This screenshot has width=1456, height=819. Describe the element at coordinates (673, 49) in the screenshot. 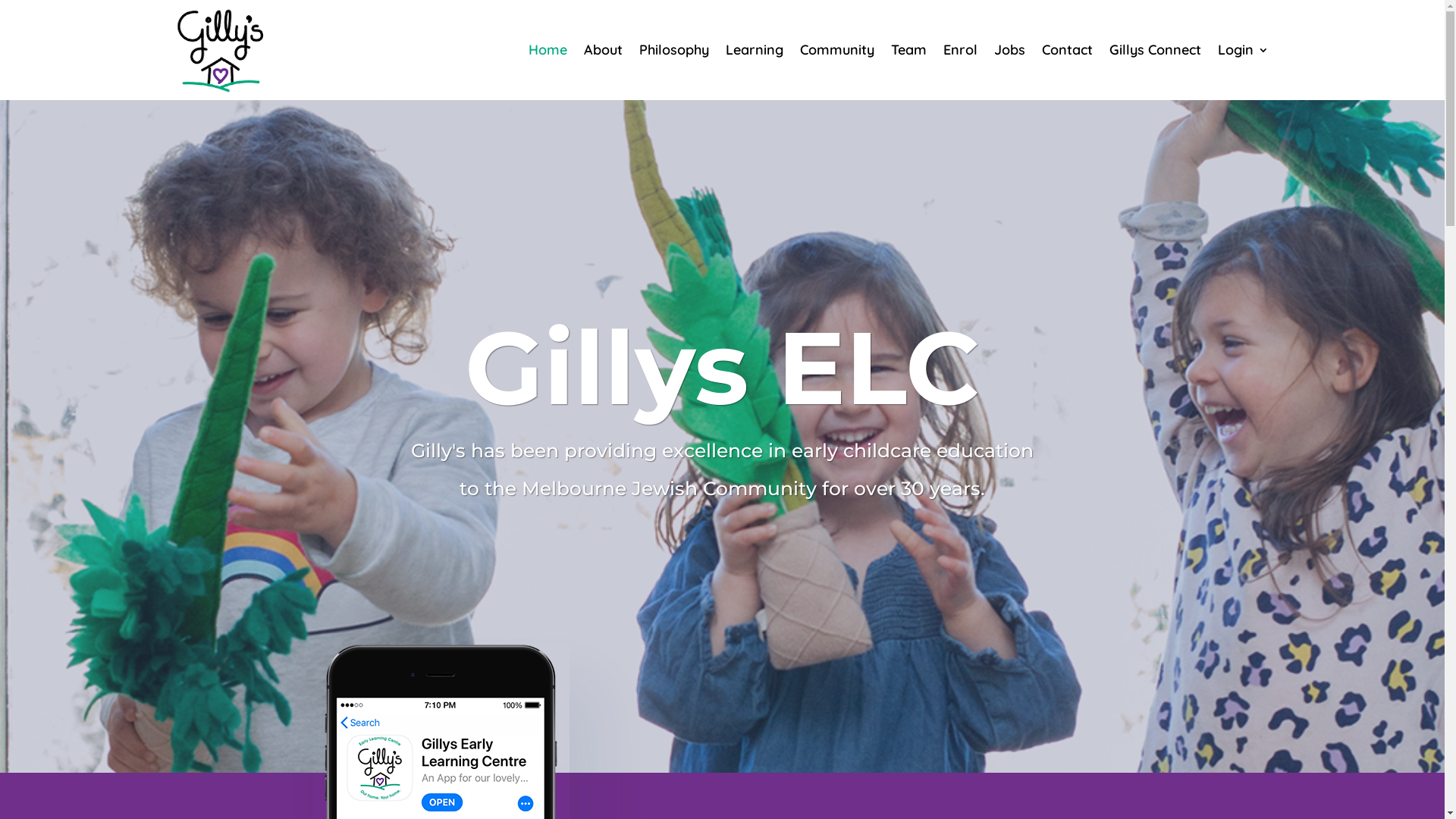

I see `'Philosophy'` at that location.